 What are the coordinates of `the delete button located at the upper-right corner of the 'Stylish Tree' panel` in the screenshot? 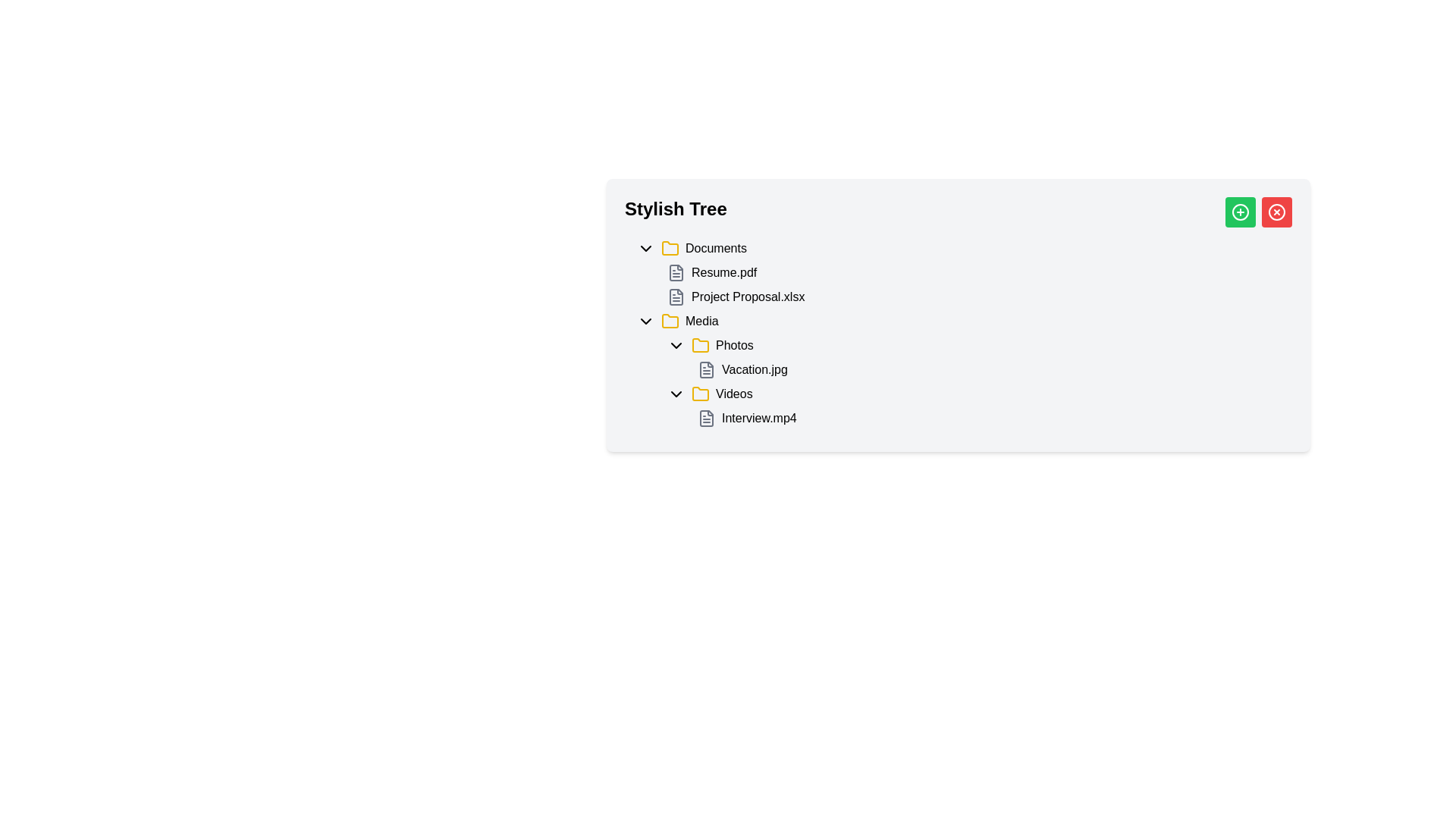 It's located at (1276, 212).